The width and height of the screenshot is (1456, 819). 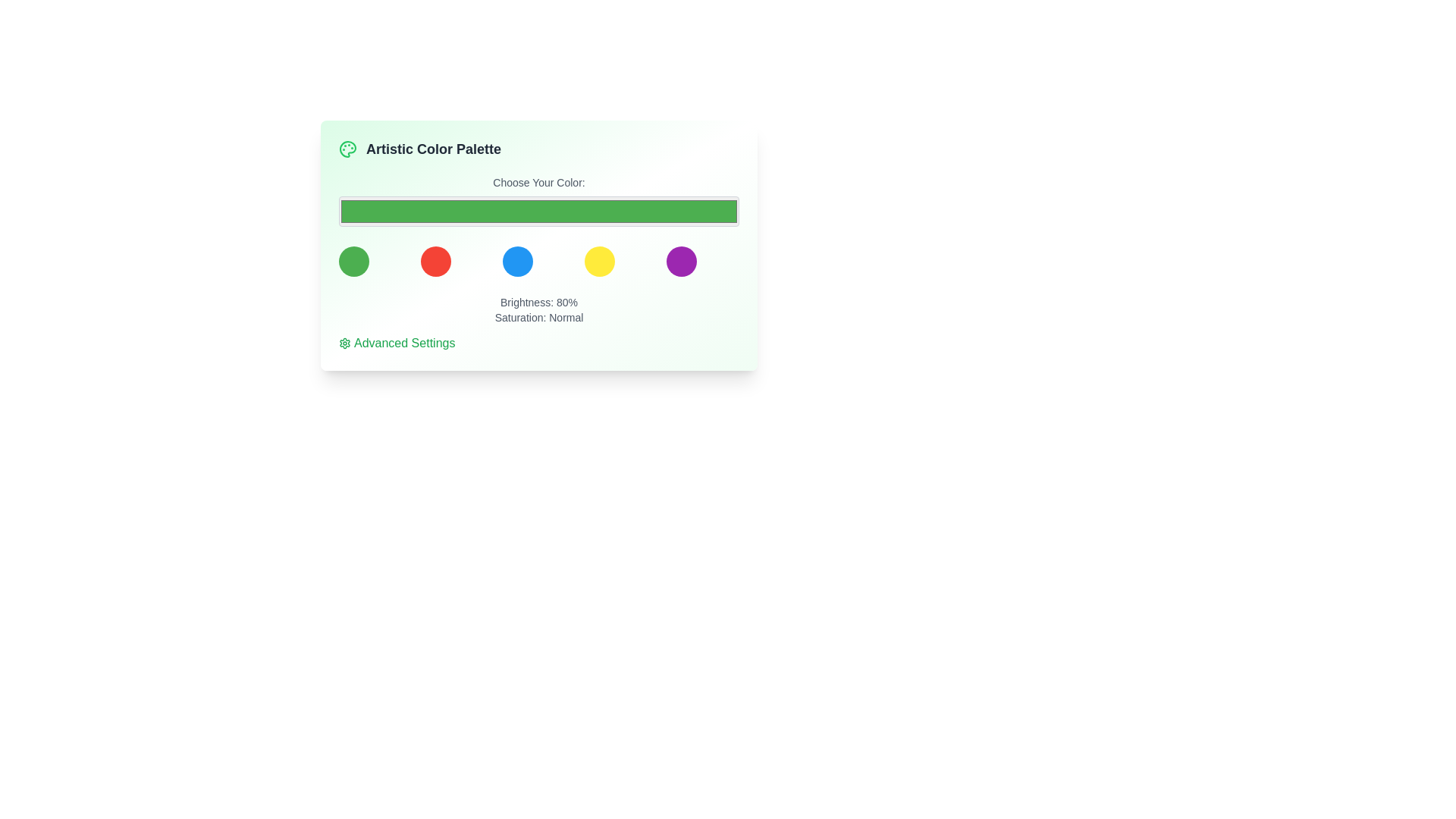 I want to click on the Text Label displaying 'Brightness: 80%', positioned above 'Saturation: Normal' within the 'Artistic Color Palette' section, so click(x=538, y=302).